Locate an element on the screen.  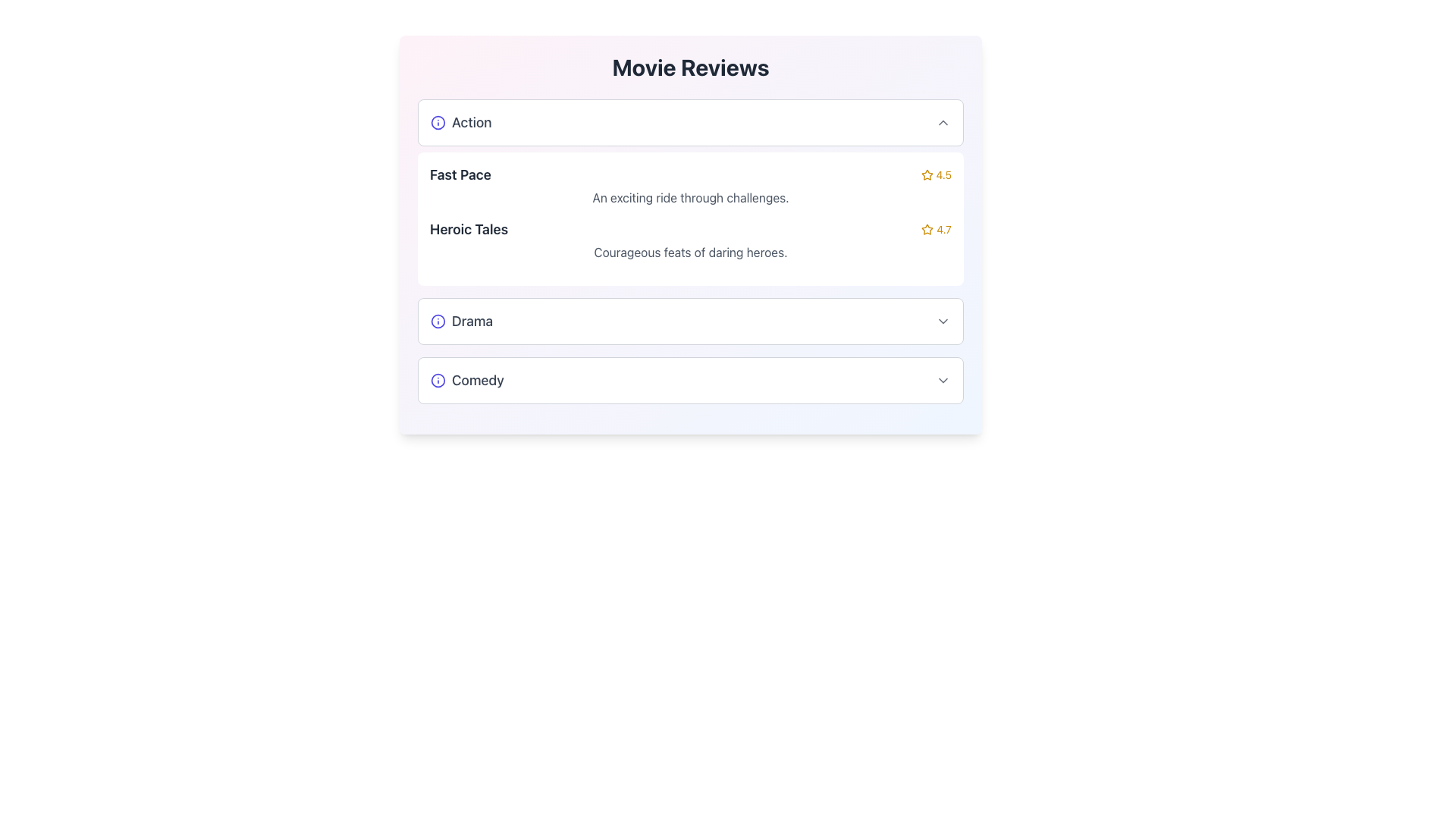
the composite informational display element that provides movie reviews, located under the 'Action' category at the top-center of the interface is located at coordinates (690, 213).